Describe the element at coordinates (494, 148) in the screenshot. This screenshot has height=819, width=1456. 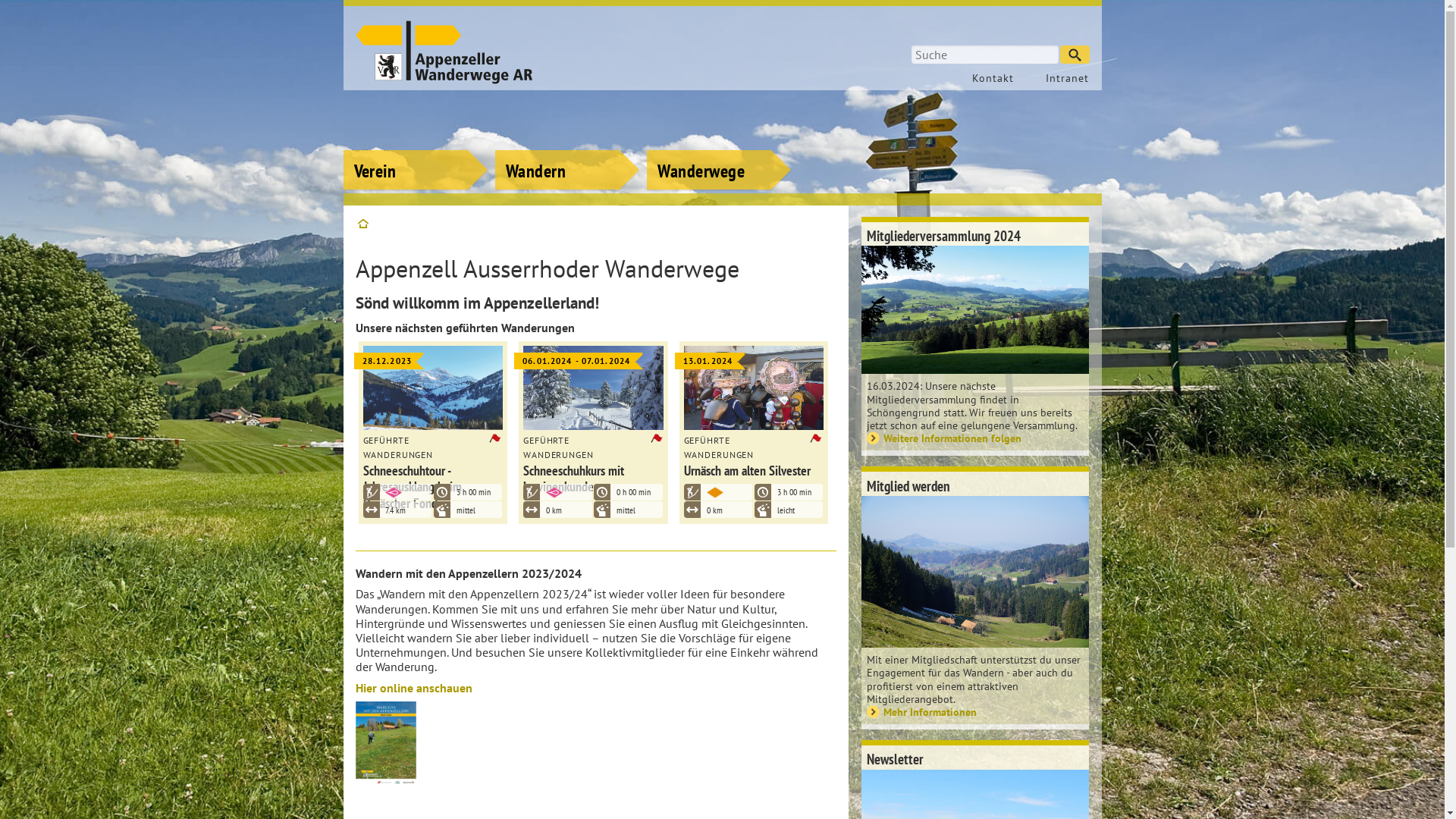
I see `'Wandern'` at that location.